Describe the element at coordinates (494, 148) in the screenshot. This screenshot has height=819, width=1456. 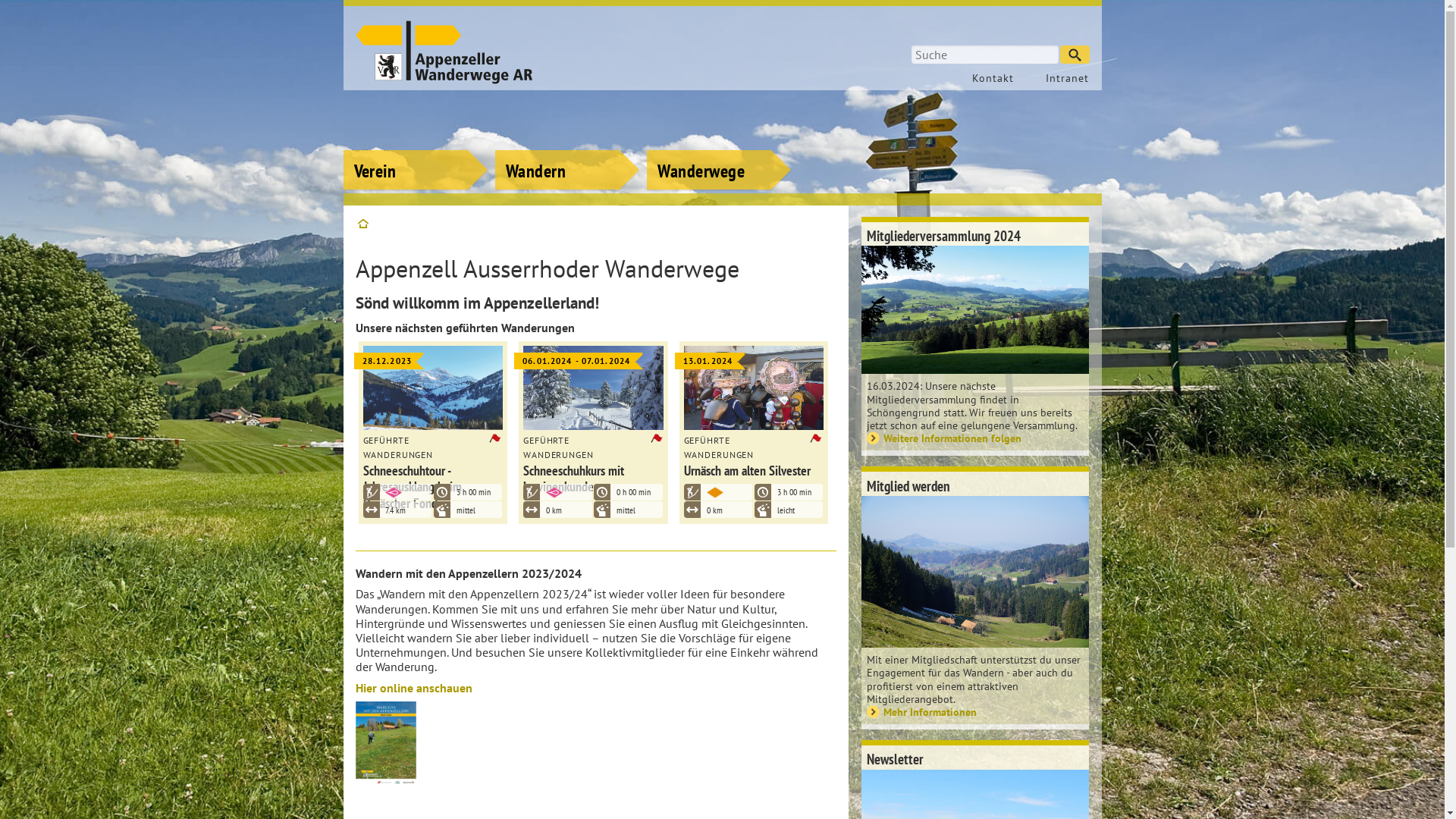
I see `'Wandern'` at that location.